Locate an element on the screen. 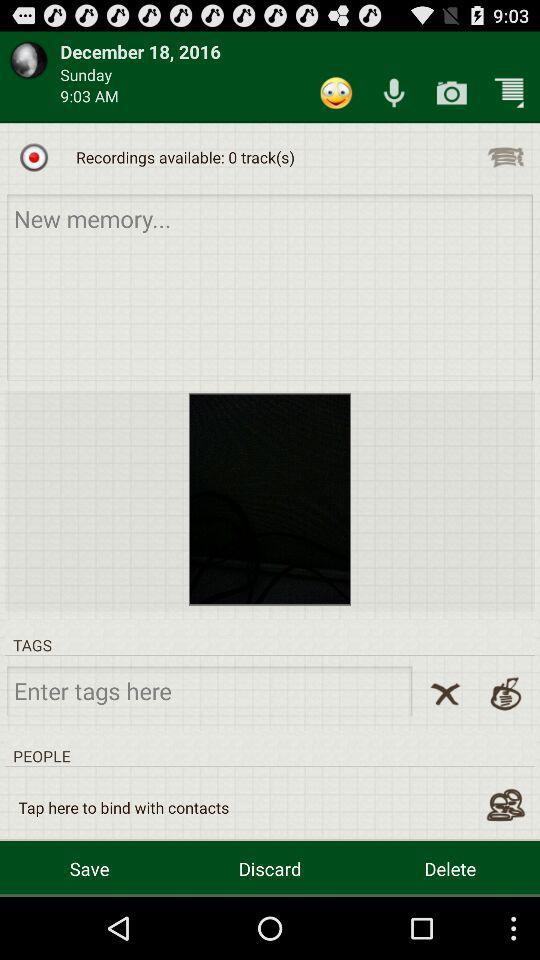  delete tag is located at coordinates (445, 694).